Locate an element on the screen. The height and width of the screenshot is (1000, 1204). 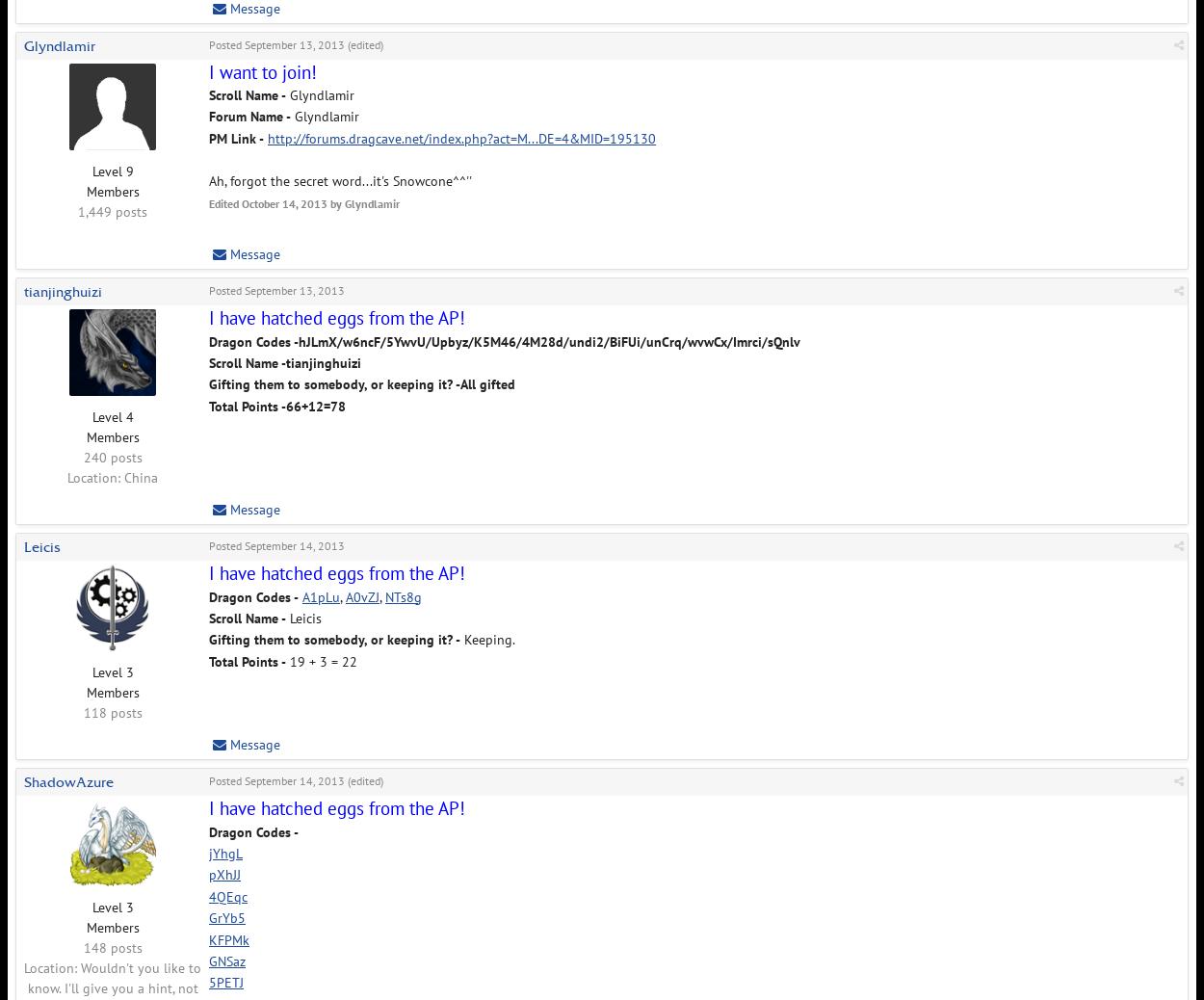
'I want to join!' is located at coordinates (263, 70).